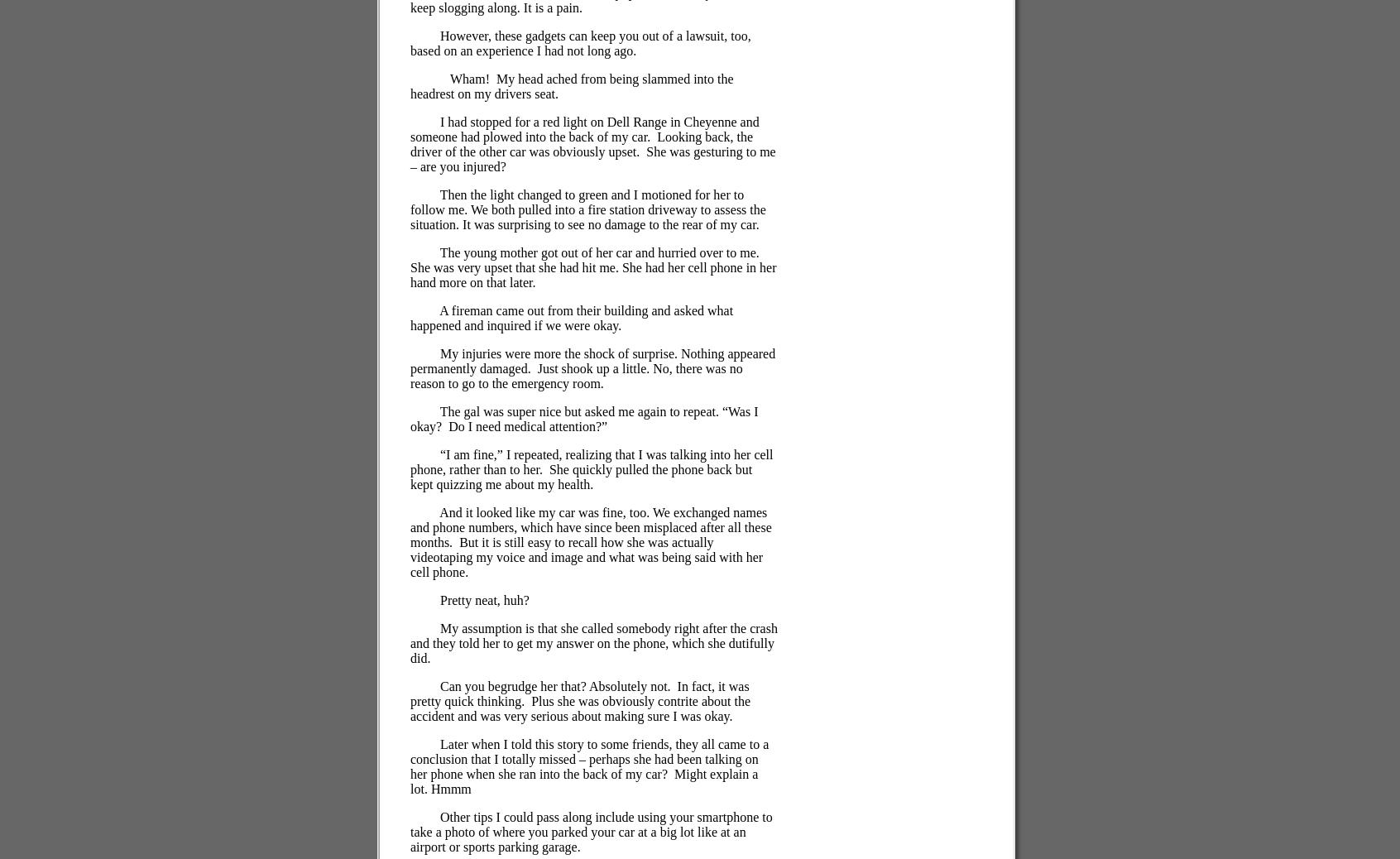  I want to click on 'She
was gesturing to me – are you injured?', so click(592, 158).